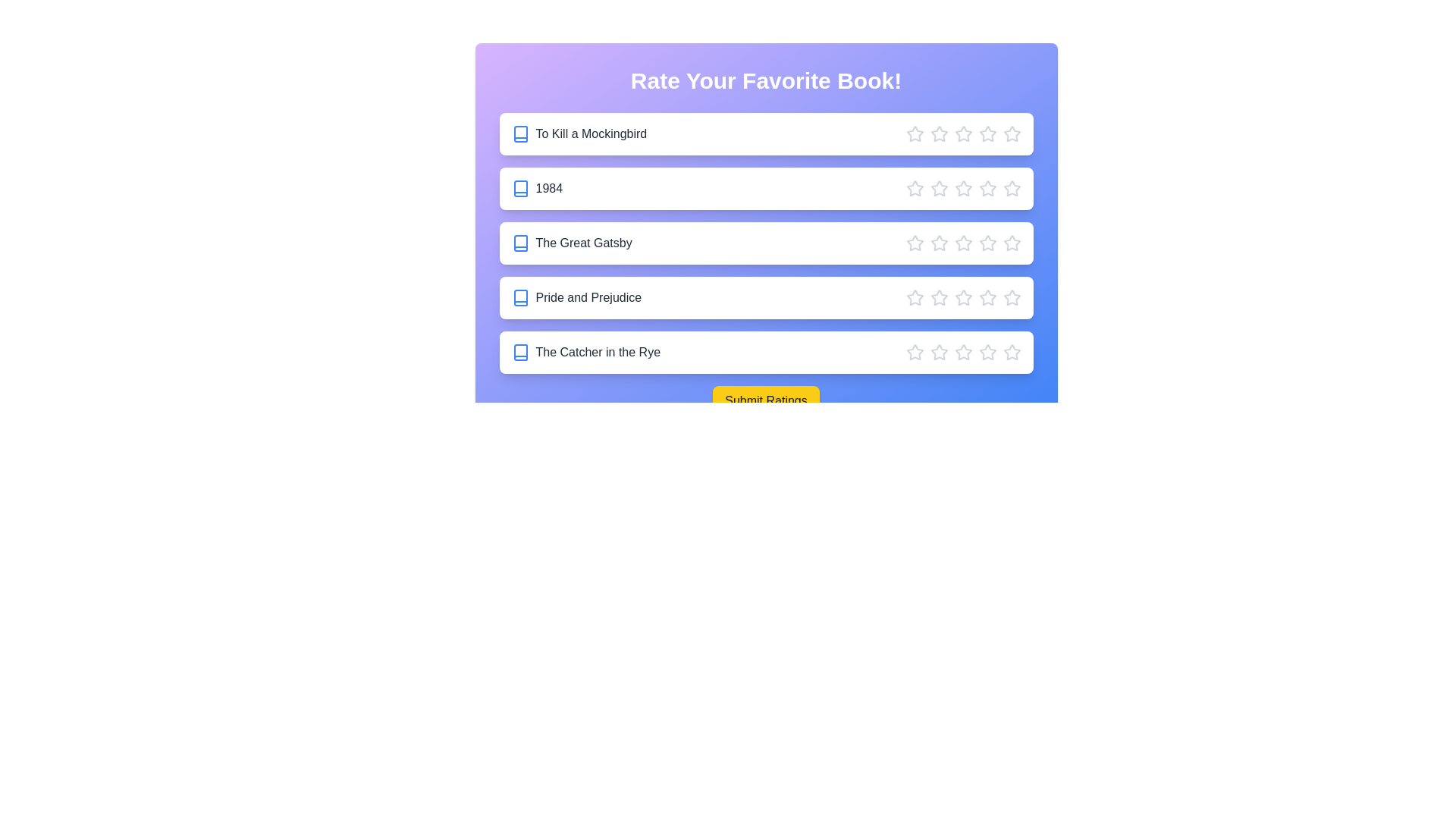  What do you see at coordinates (938, 188) in the screenshot?
I see `the star corresponding to 2 stars for the book '1984'` at bounding box center [938, 188].